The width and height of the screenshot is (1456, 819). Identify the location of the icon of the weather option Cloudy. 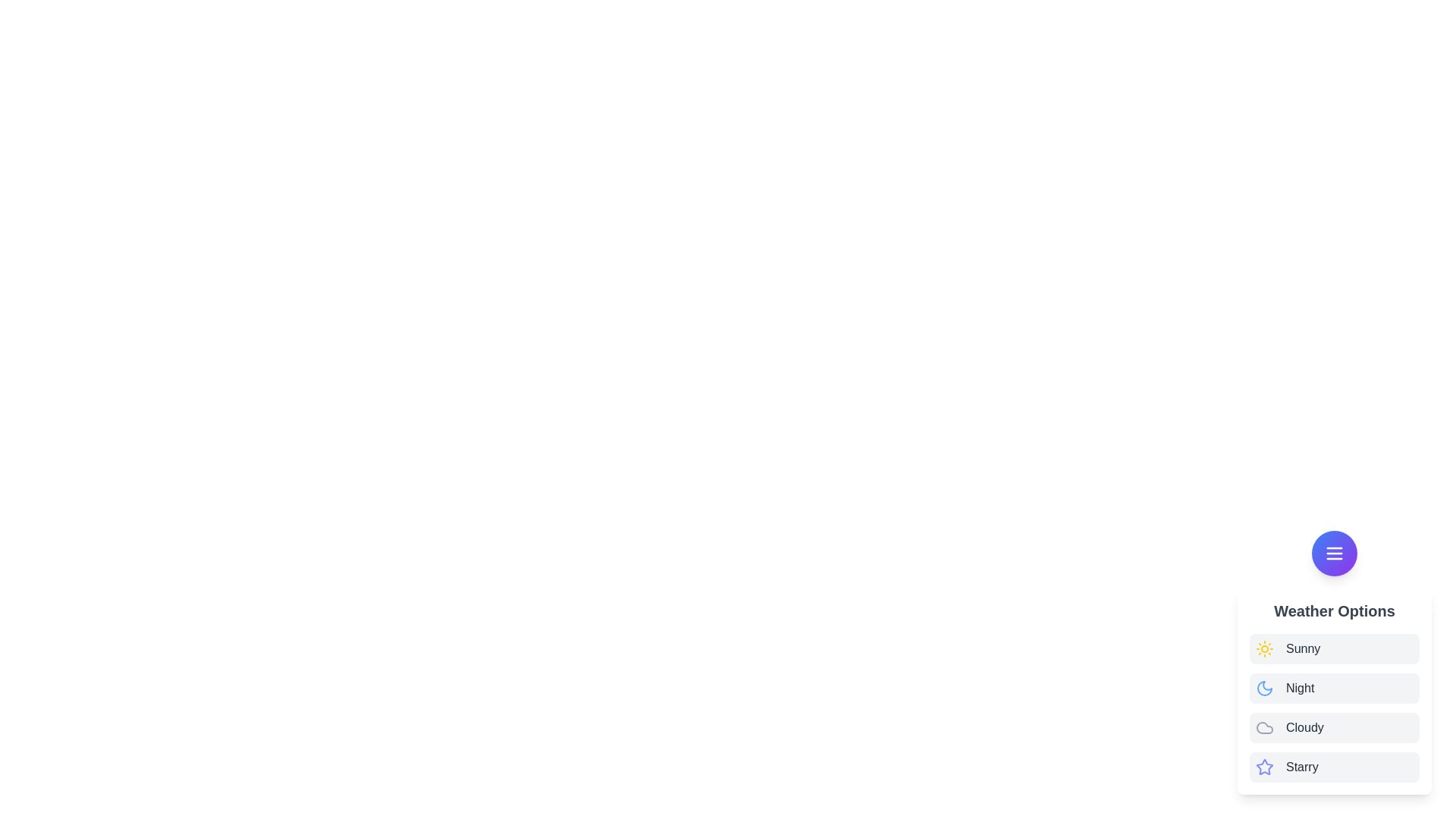
(1265, 727).